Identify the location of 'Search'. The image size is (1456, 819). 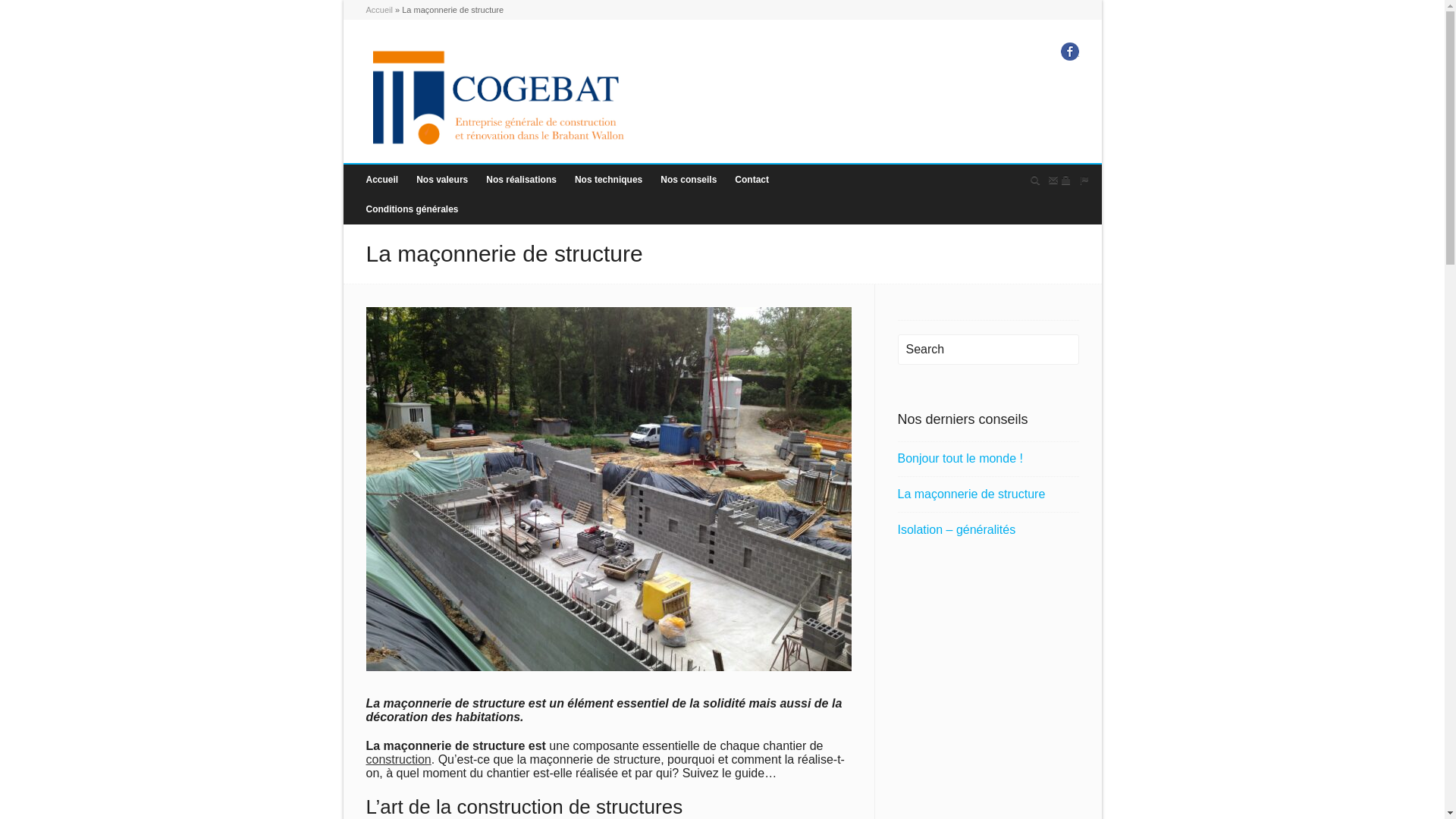
(988, 350).